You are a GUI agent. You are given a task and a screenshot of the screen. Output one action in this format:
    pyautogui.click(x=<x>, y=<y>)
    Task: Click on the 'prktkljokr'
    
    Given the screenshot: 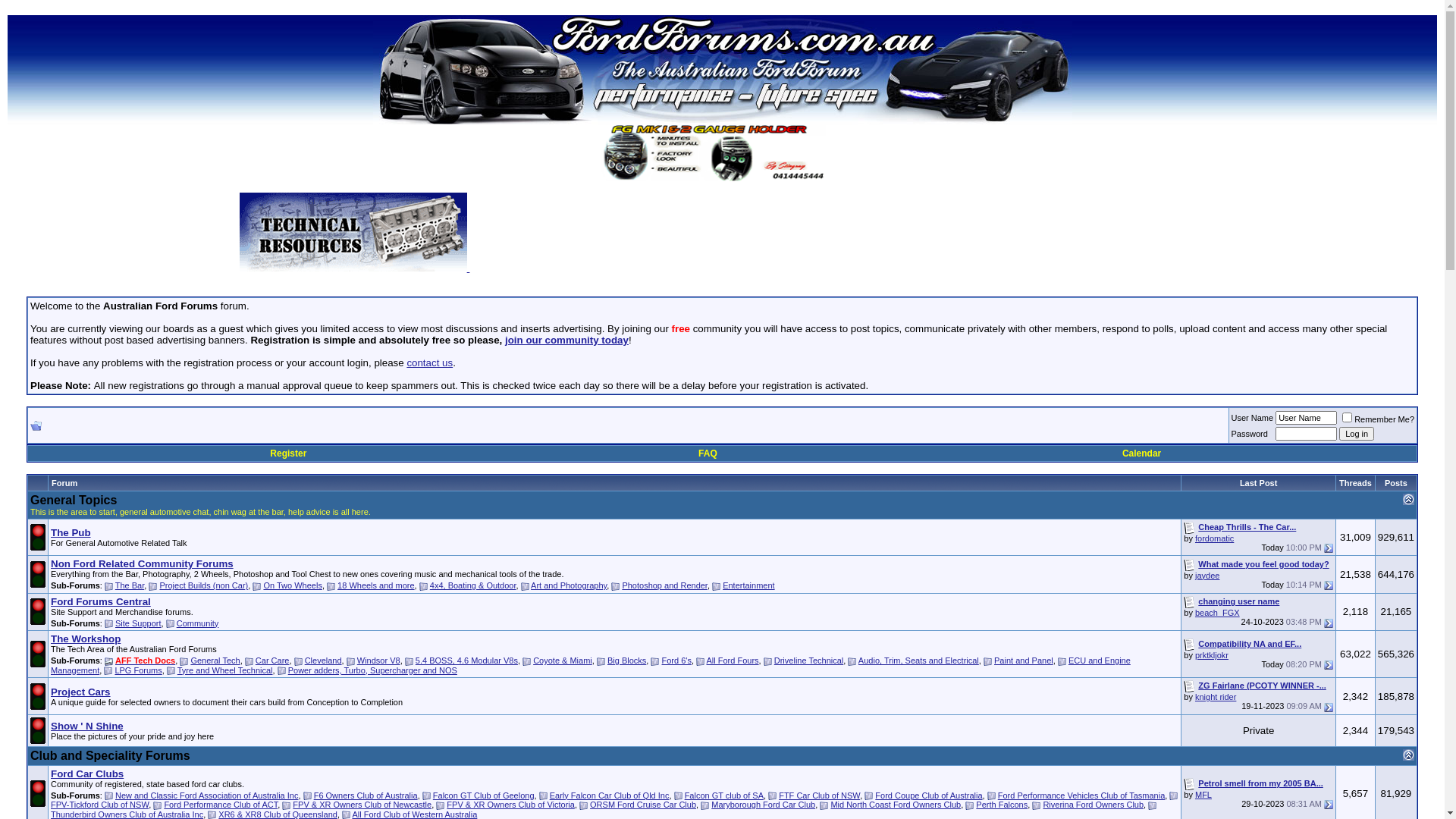 What is the action you would take?
    pyautogui.click(x=1211, y=654)
    